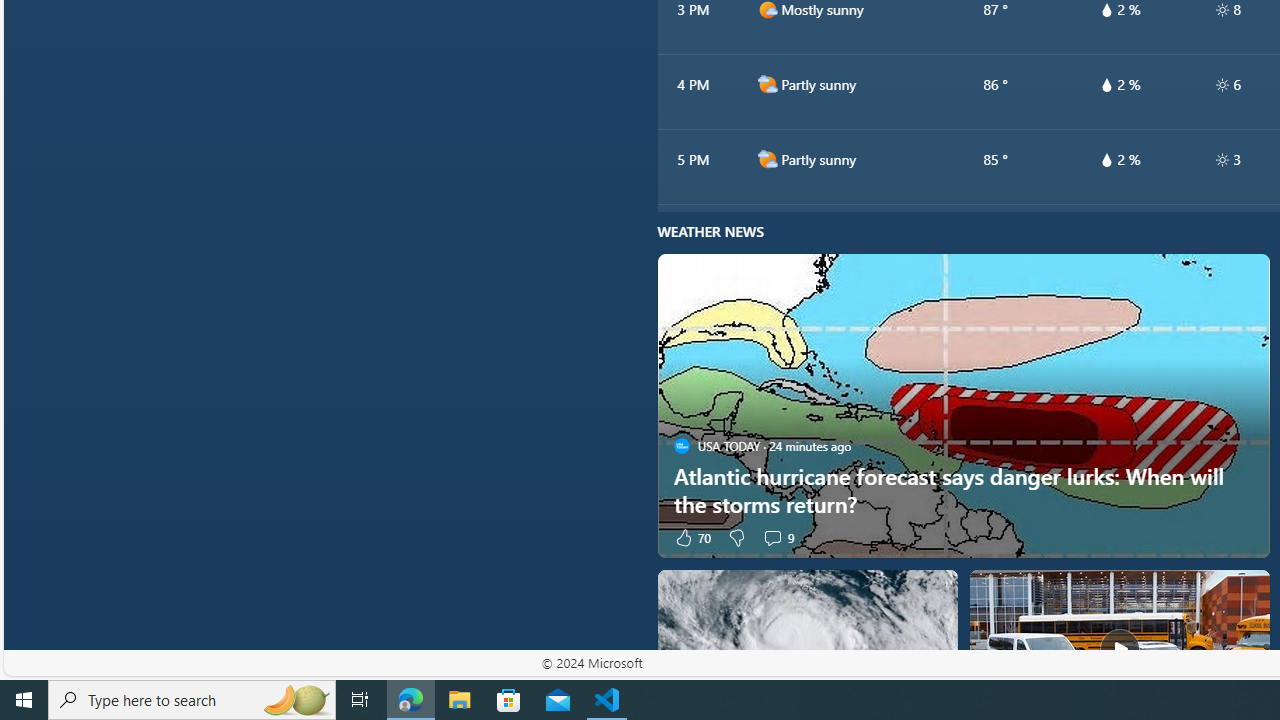 The height and width of the screenshot is (720, 1280). What do you see at coordinates (681, 445) in the screenshot?
I see `'USA TODAY'` at bounding box center [681, 445].